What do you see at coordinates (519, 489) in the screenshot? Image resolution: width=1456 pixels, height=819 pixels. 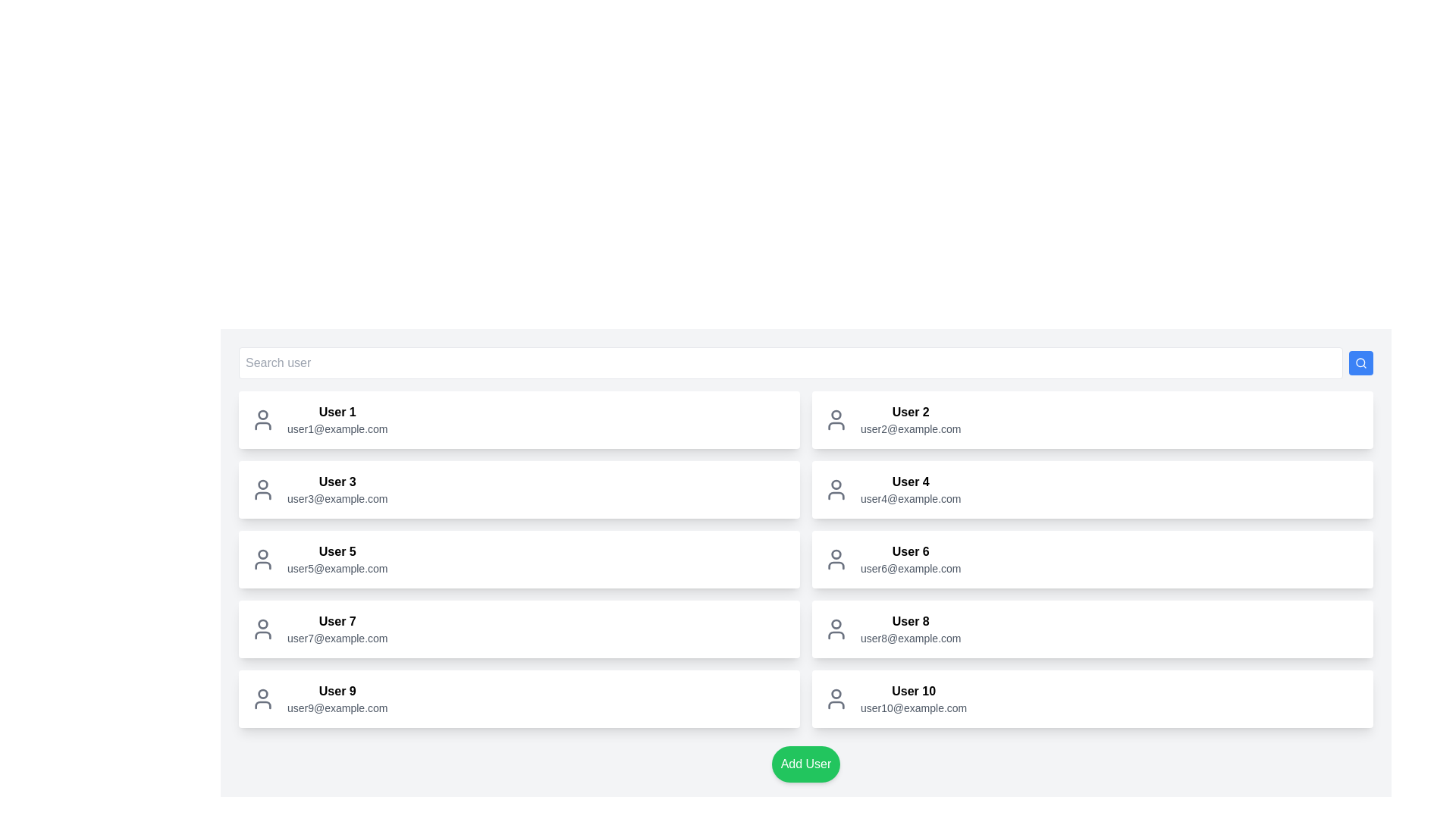 I see `the third user profile card component in the left column` at bounding box center [519, 489].